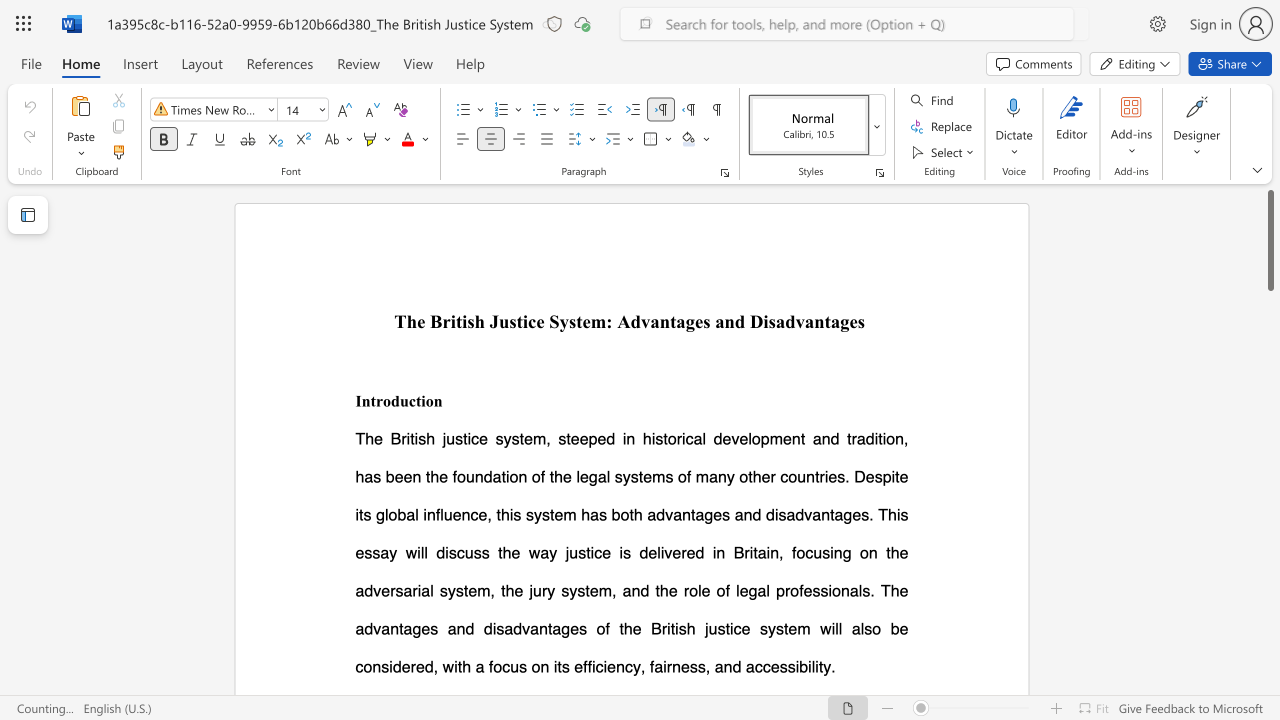  Describe the element at coordinates (1269, 348) in the screenshot. I see `the scrollbar to move the content lower` at that location.